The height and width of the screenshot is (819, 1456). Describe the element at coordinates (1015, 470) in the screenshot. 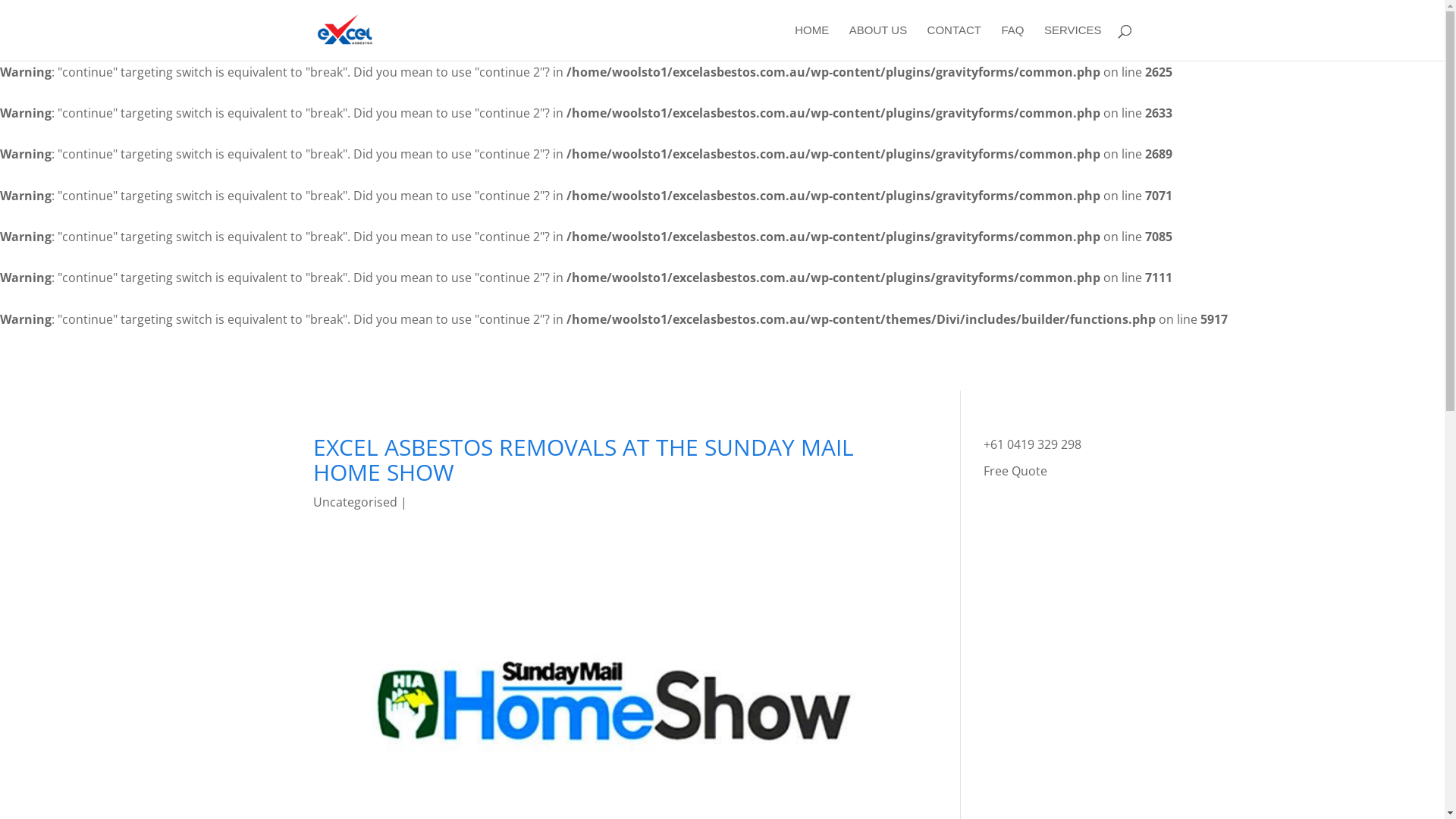

I see `'Free Quote'` at that location.